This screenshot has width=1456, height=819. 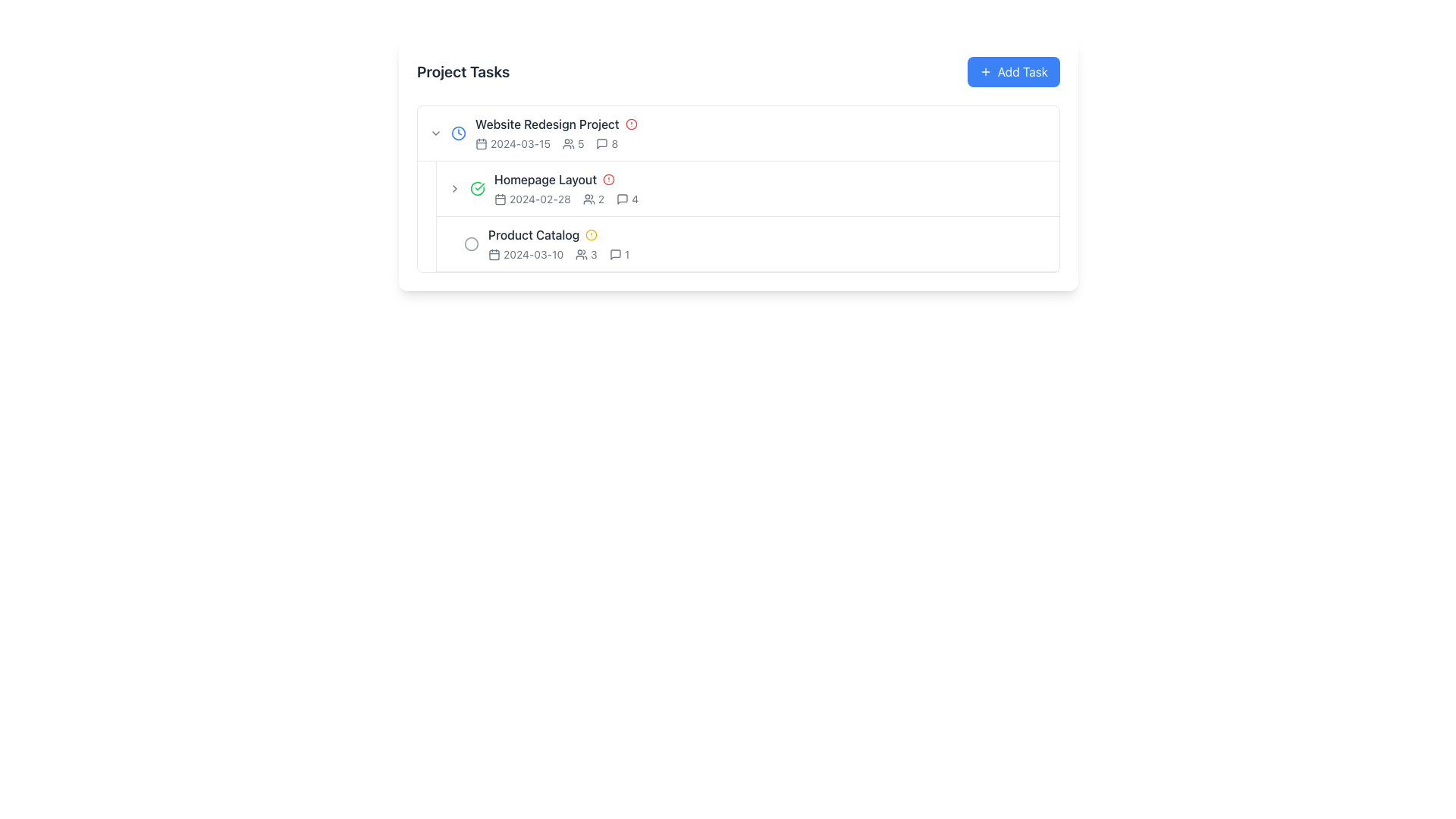 I want to click on the rounded rectangle element within the calendar icon for the 'Website Redesign Project' task, located next to its due date, so click(x=480, y=143).